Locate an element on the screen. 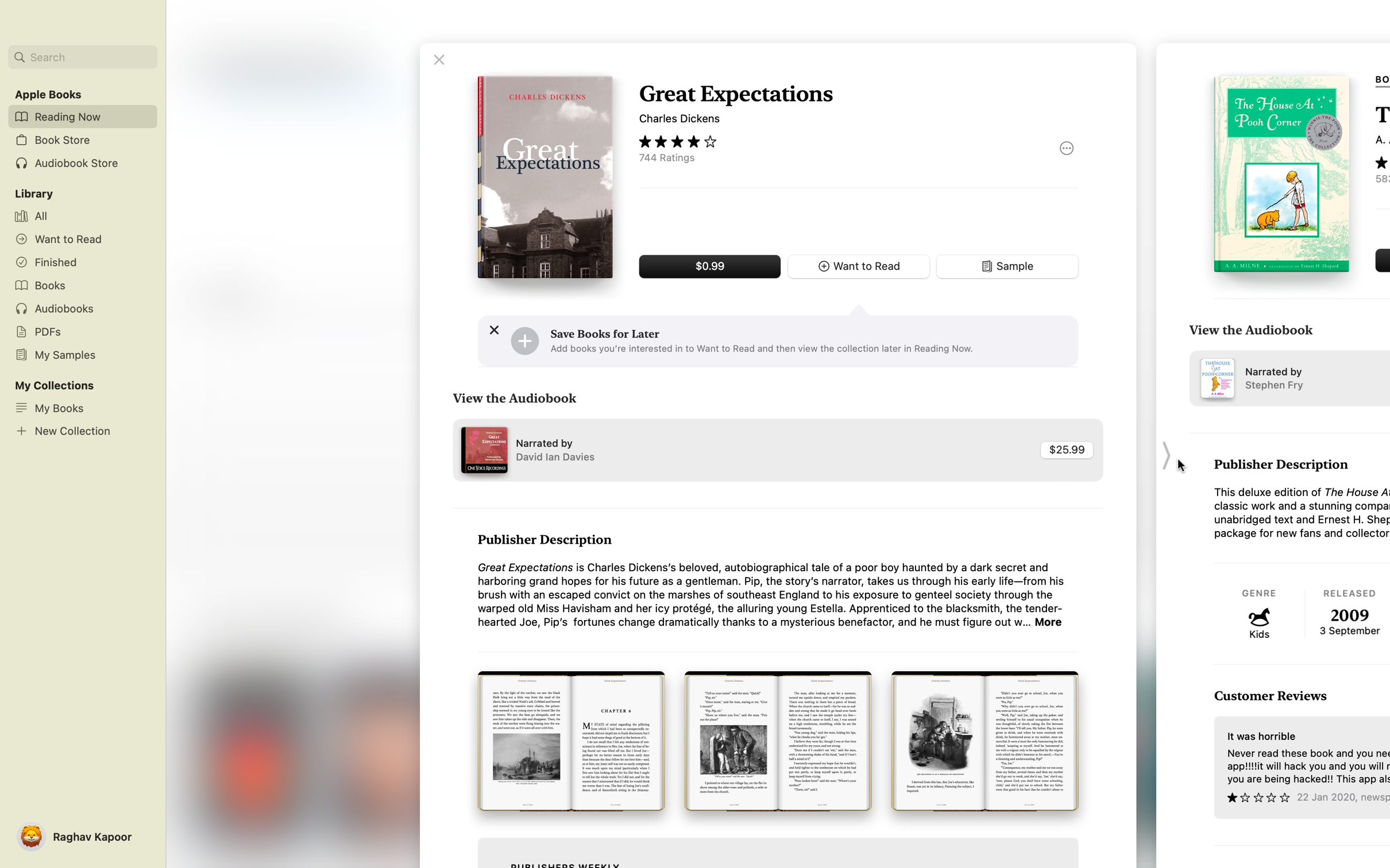  Investigate further about the book details provided by the publisher is located at coordinates (1049, 622).